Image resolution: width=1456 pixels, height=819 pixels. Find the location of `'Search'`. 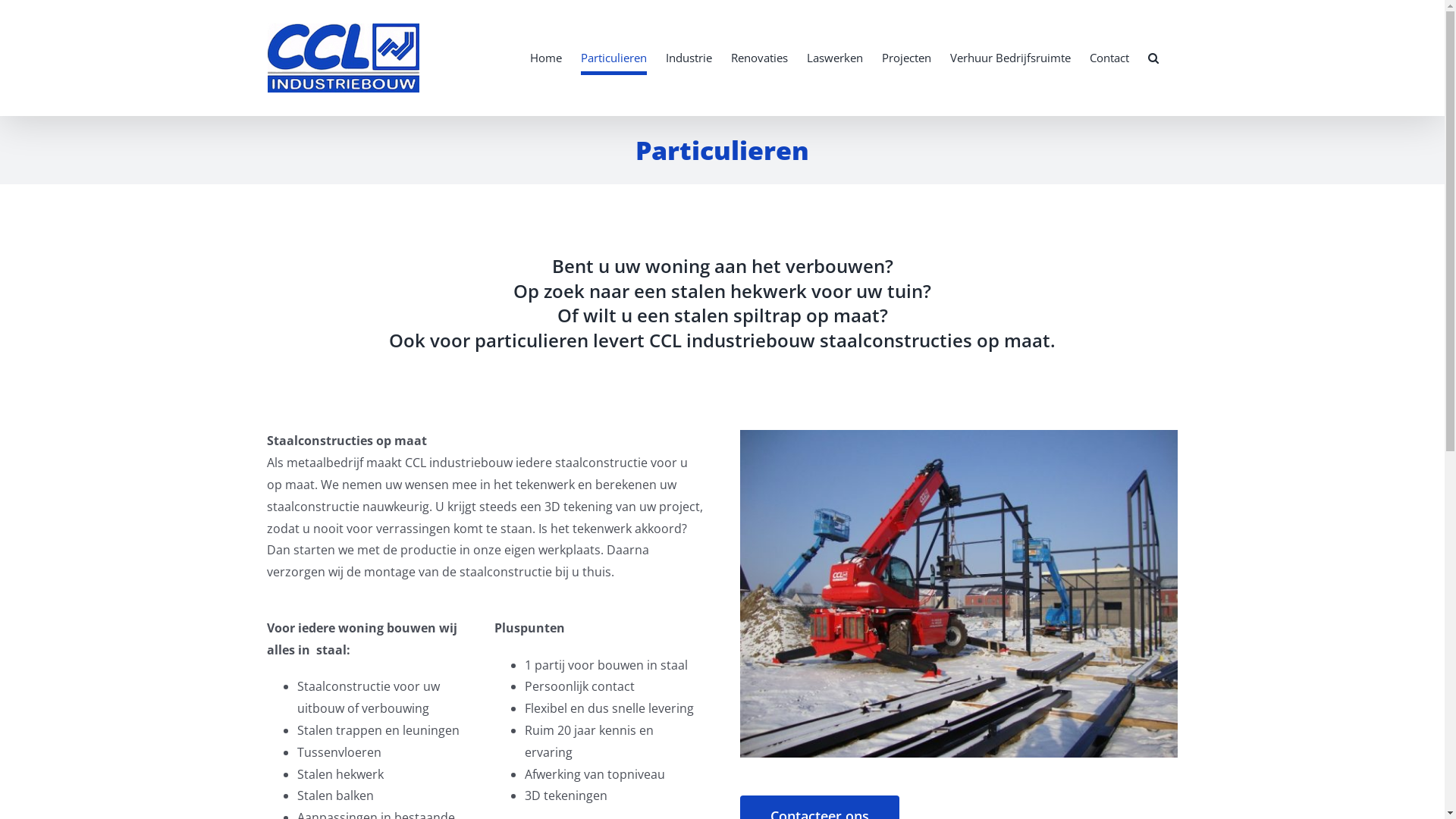

'Search' is located at coordinates (1153, 57).